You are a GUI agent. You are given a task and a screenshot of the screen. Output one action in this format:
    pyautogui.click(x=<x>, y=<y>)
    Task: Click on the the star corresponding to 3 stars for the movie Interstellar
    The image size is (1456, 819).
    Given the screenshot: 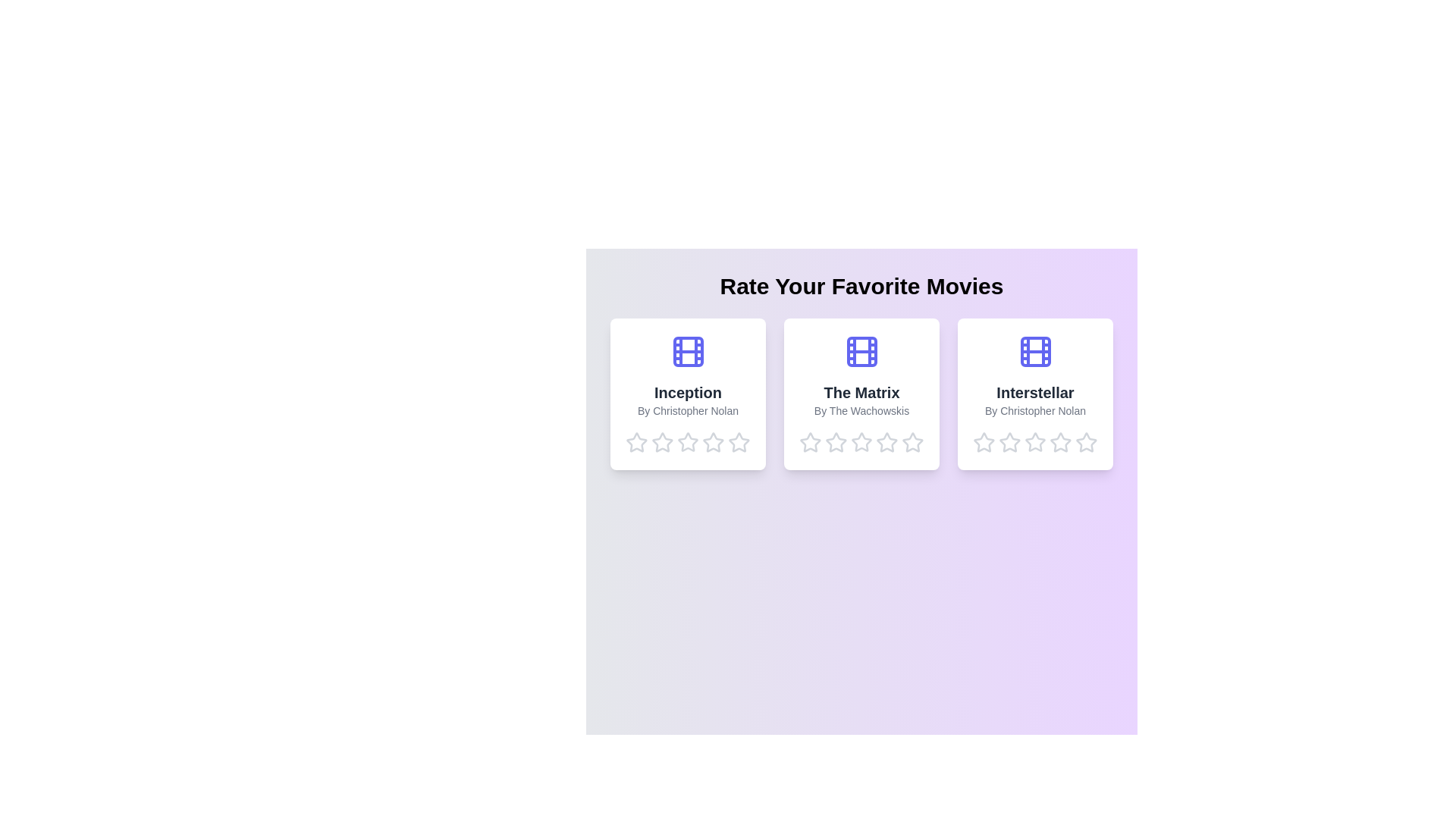 What is the action you would take?
    pyautogui.click(x=1034, y=442)
    